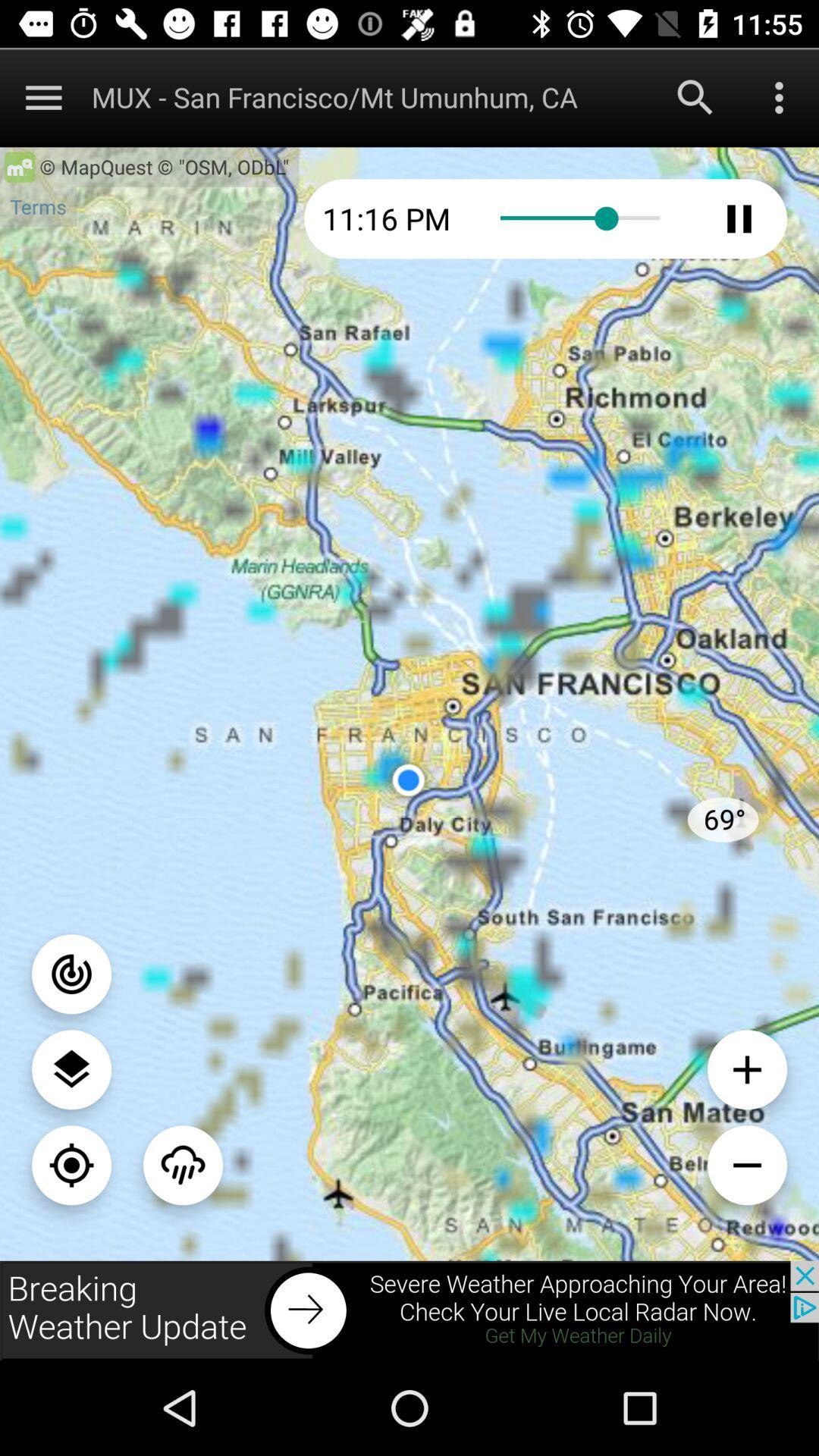 The image size is (819, 1456). What do you see at coordinates (779, 96) in the screenshot?
I see `menu dropdown` at bounding box center [779, 96].